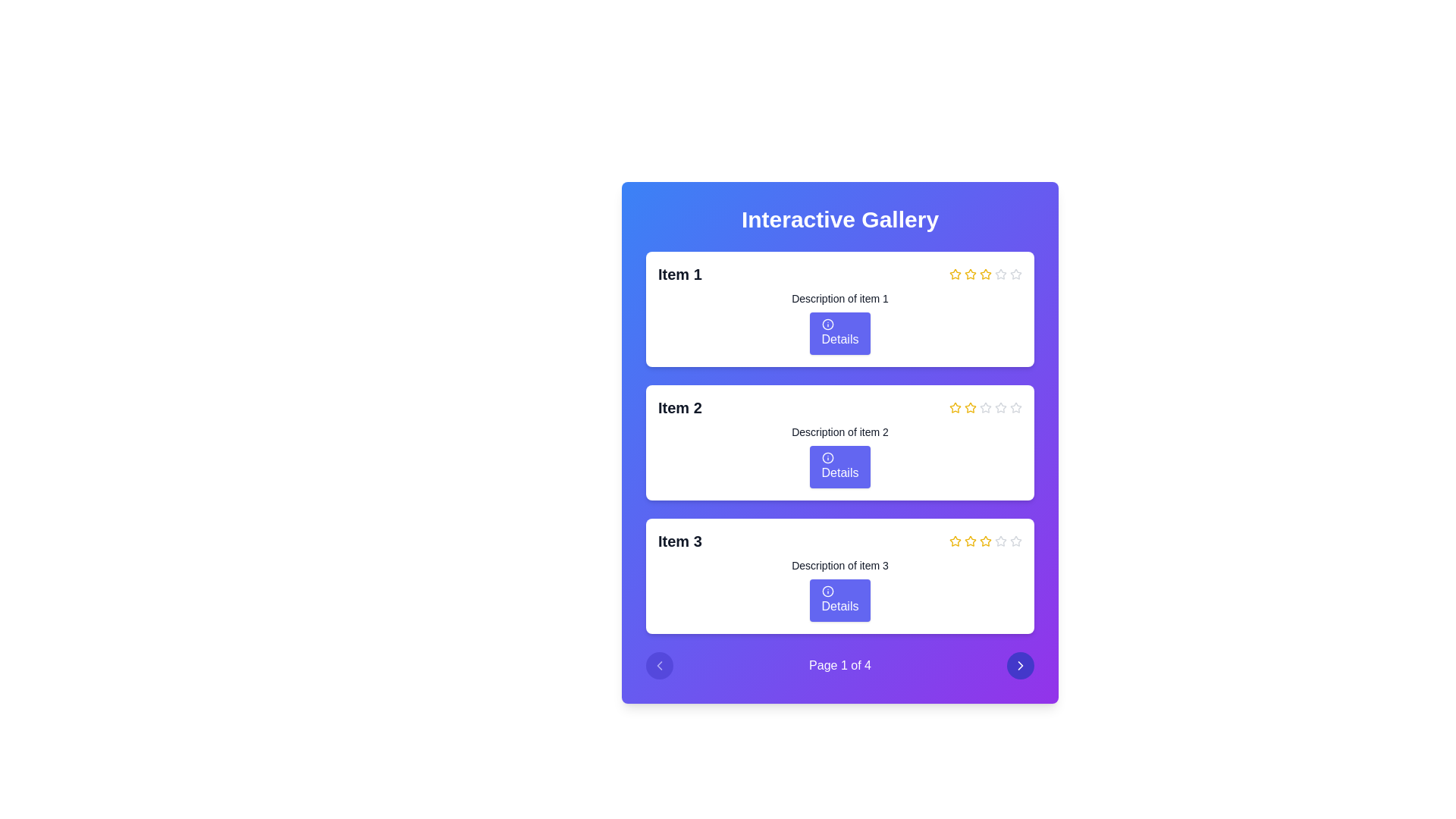  Describe the element at coordinates (986, 406) in the screenshot. I see `the fourth star icon in the rating system for 'Item 2', which is a hollow star with a gray outline indicating an inactive state` at that location.